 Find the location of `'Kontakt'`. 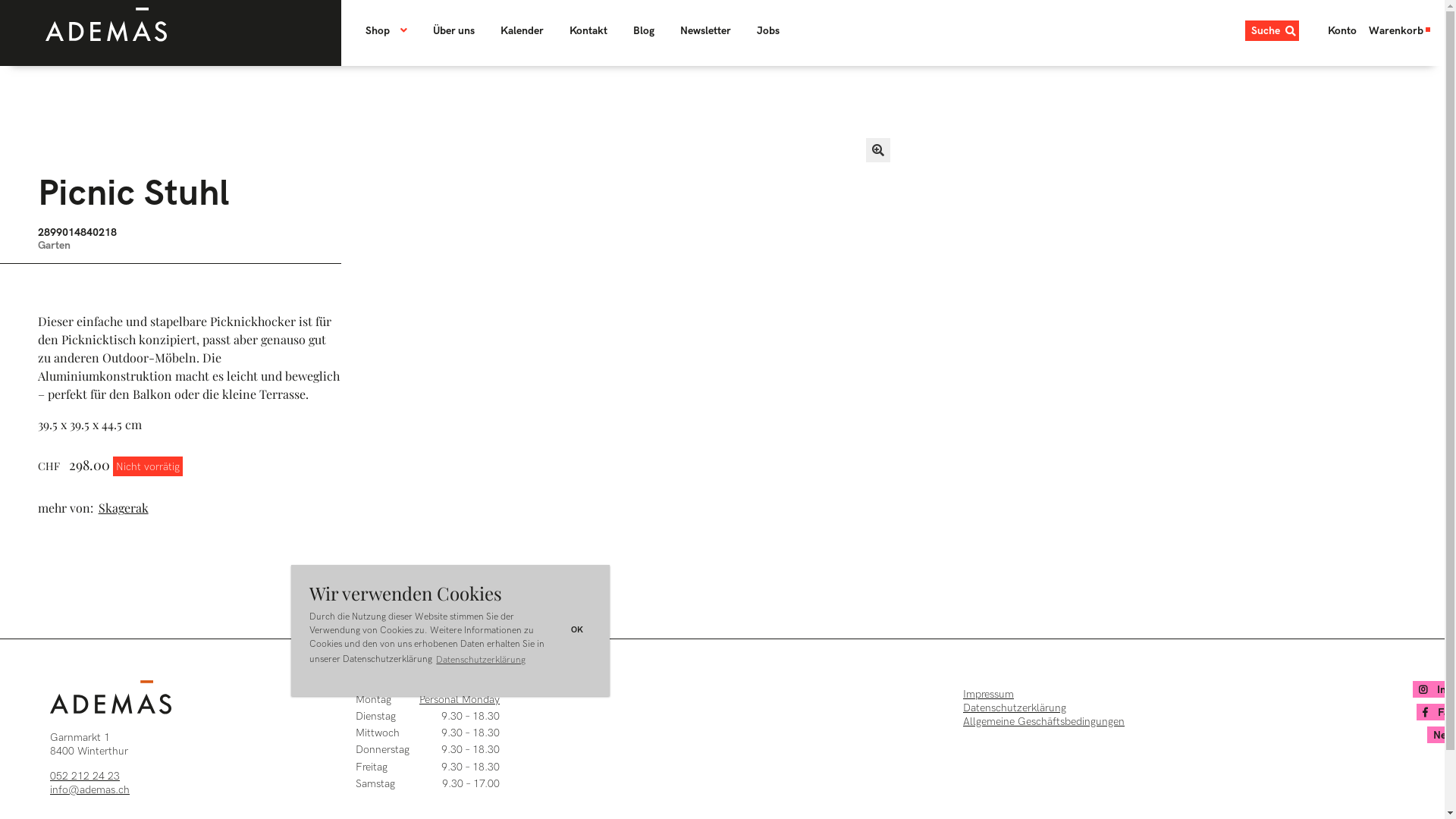

'Kontakt' is located at coordinates (557, 30).